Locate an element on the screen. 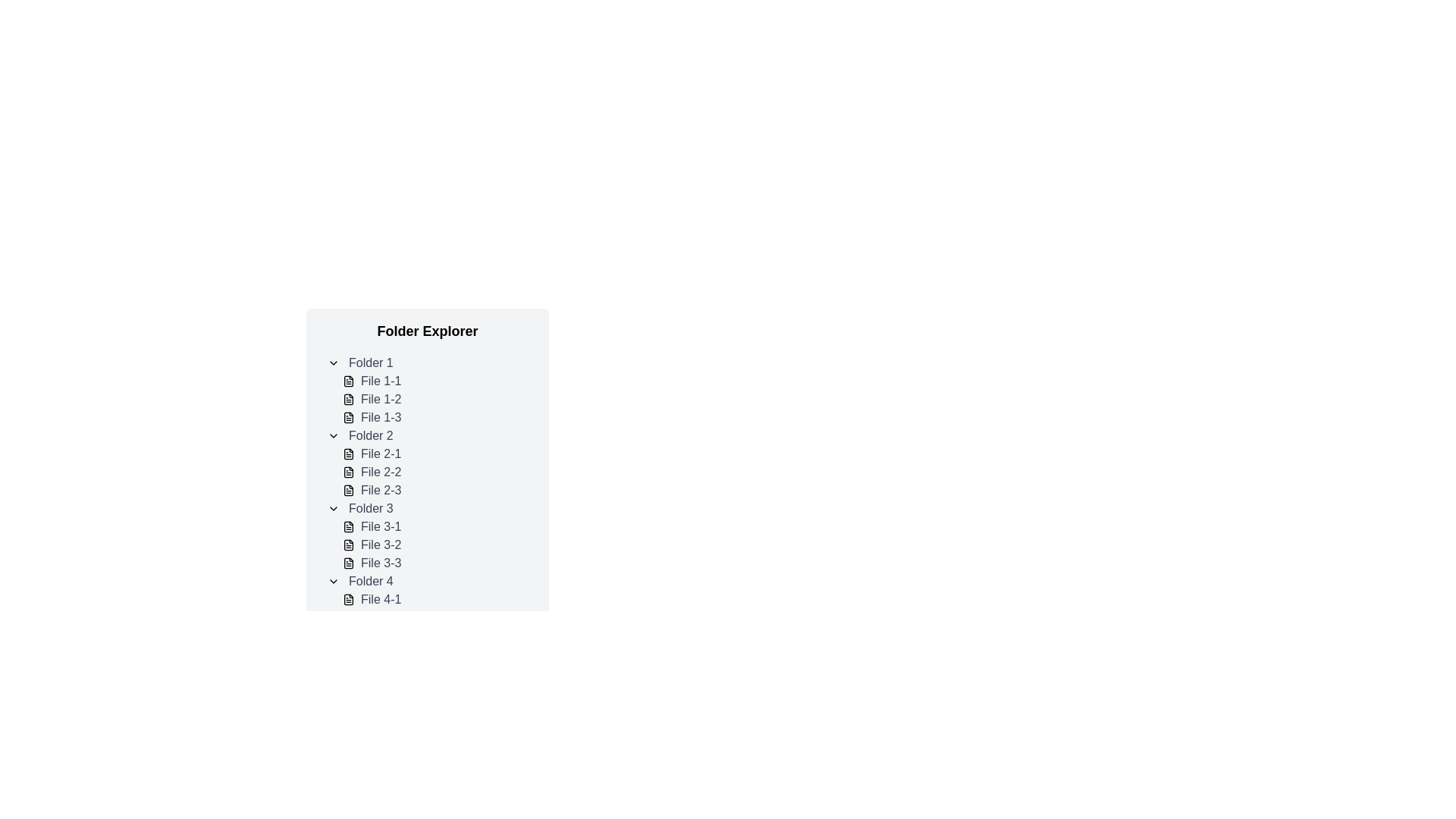 This screenshot has height=819, width=1456. the icon representing 'File 1-2', which is the second item under 'Folder 1' is located at coordinates (348, 399).